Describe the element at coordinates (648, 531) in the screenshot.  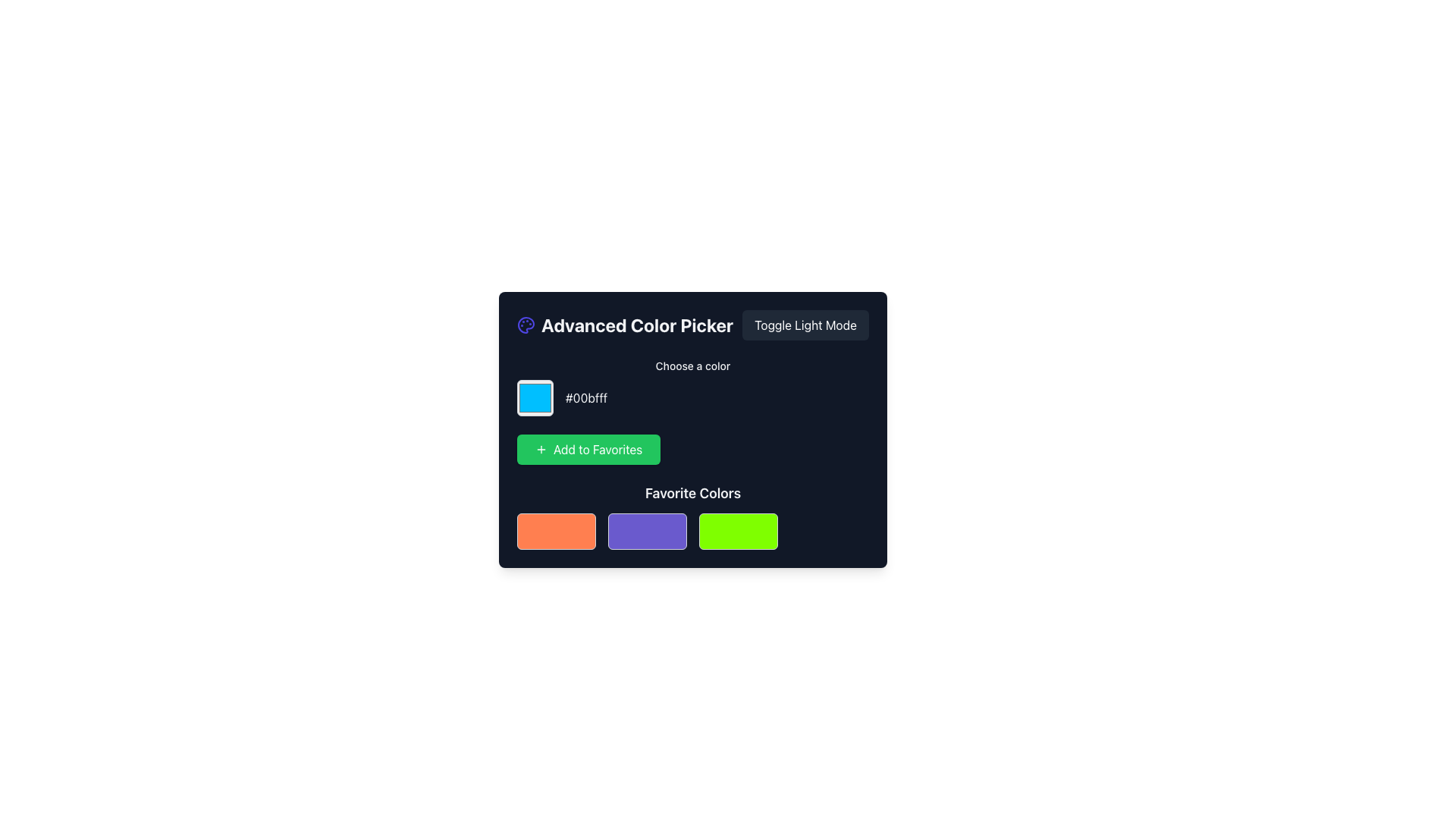
I see `the vibrant purple button, which is the second tile in a grid row of four` at that location.